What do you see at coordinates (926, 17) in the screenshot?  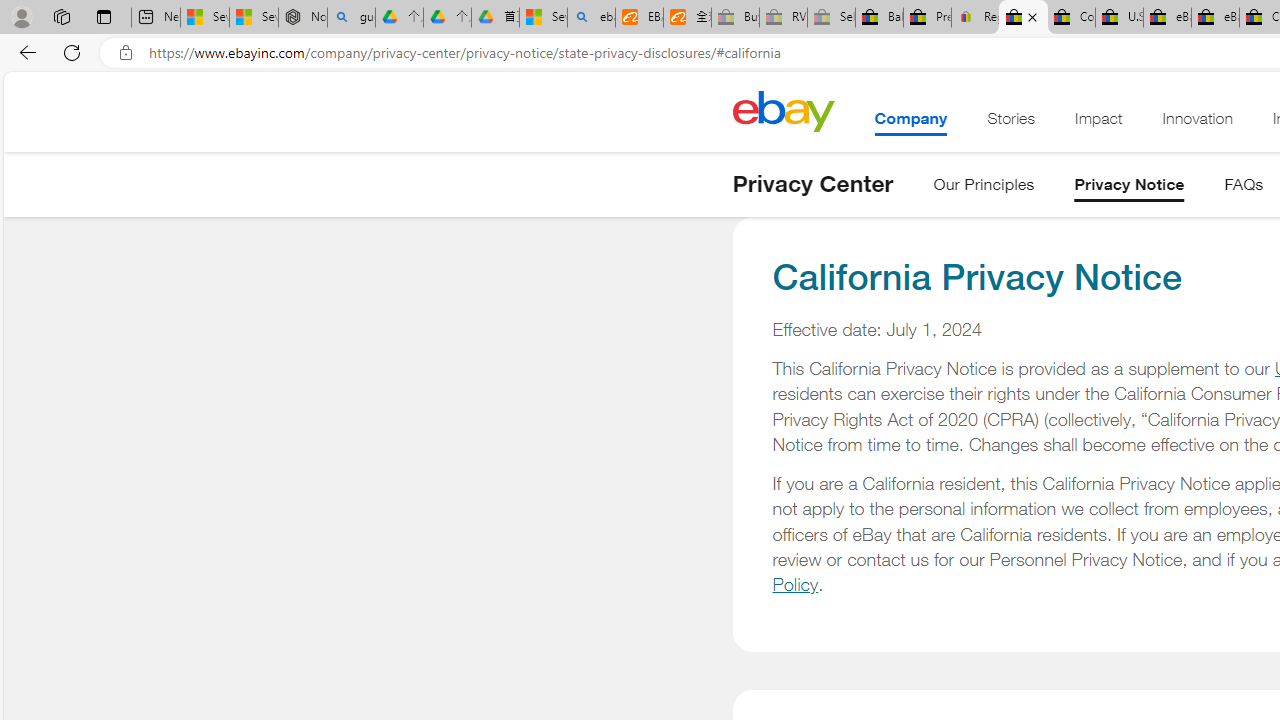 I see `'Press Room - eBay Inc.'` at bounding box center [926, 17].